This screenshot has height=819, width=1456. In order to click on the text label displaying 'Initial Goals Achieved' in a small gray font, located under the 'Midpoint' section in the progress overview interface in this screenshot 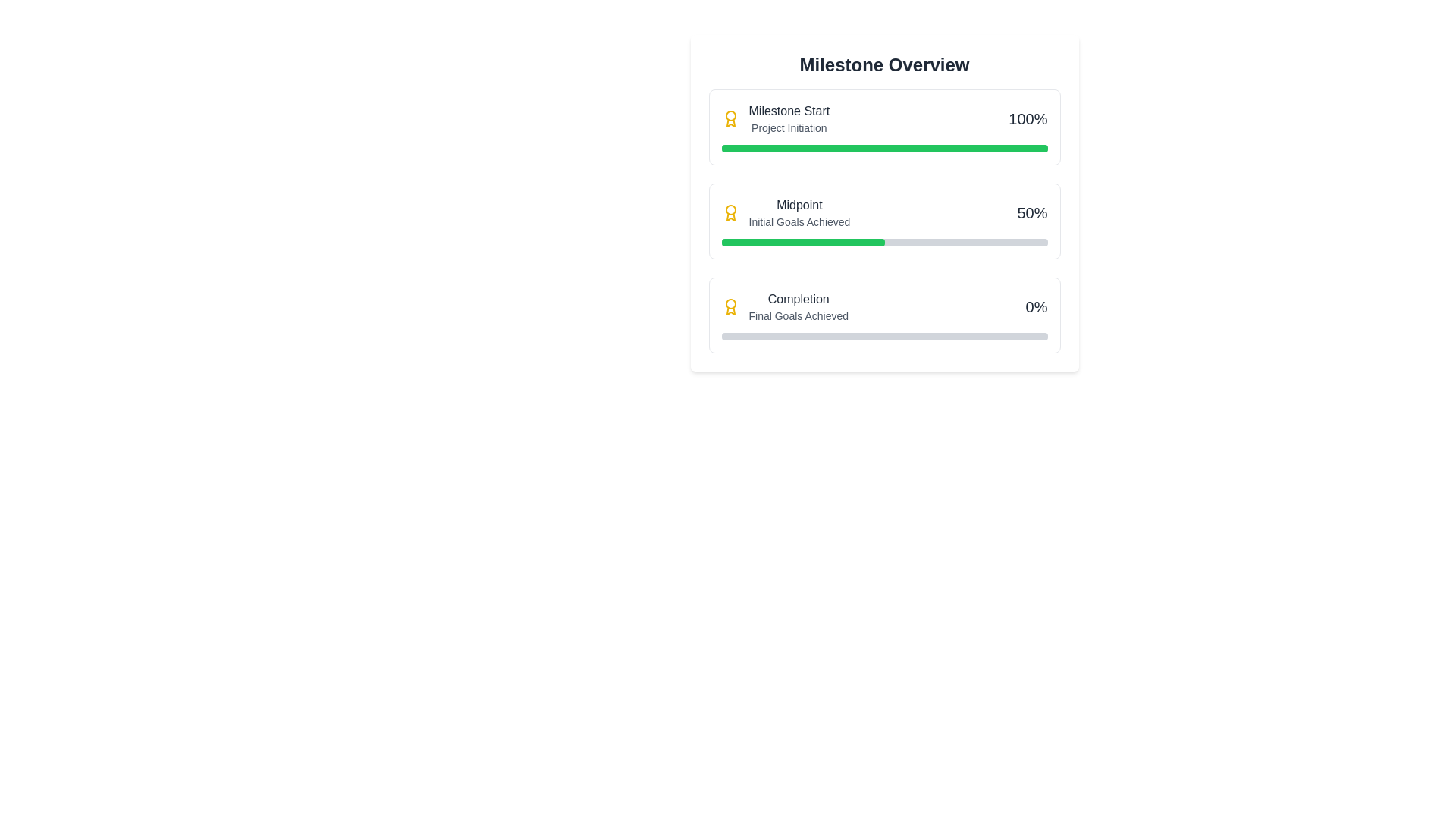, I will do `click(799, 222)`.